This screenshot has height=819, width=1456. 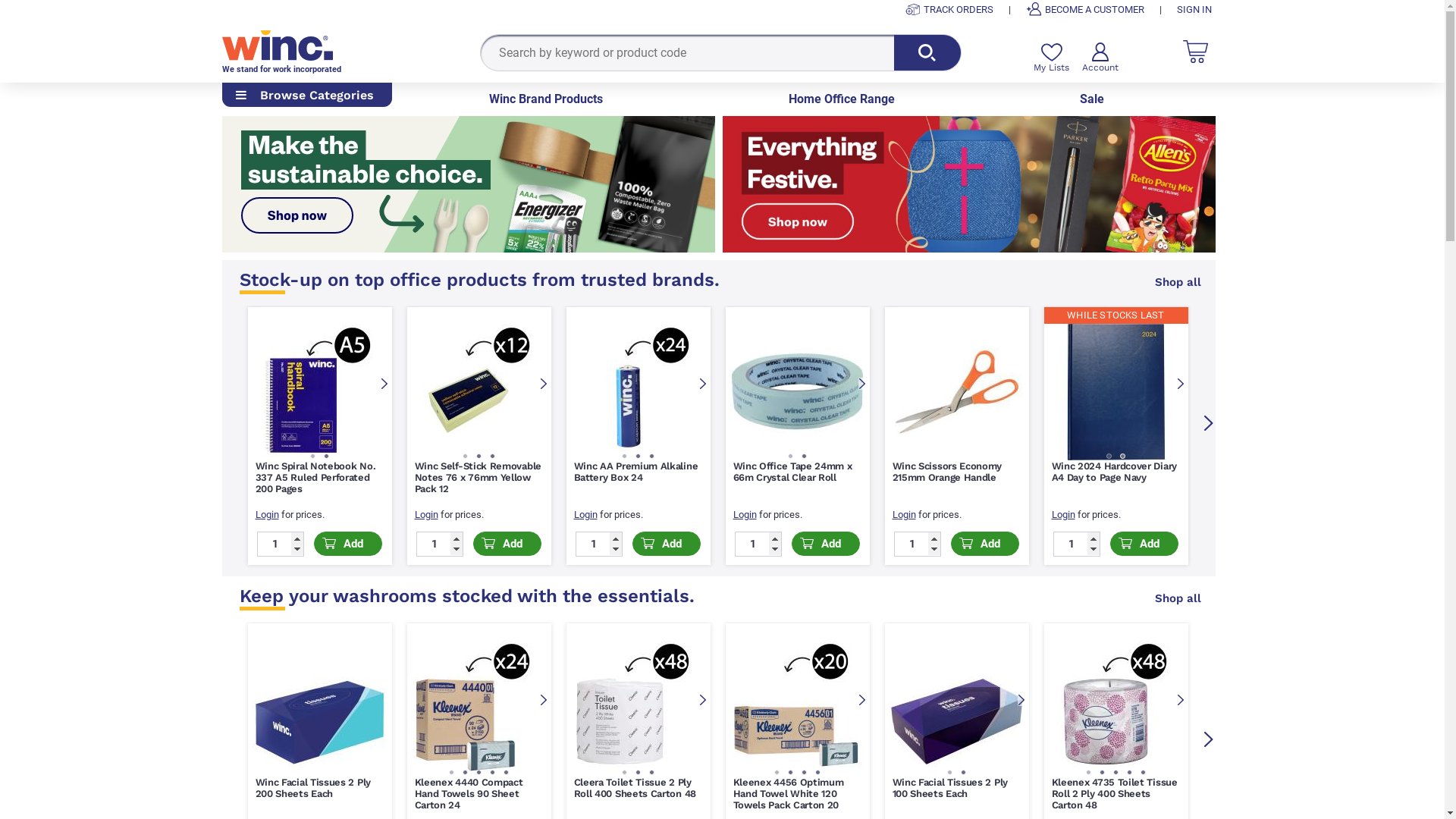 What do you see at coordinates (1207, 739) in the screenshot?
I see `'Next'` at bounding box center [1207, 739].